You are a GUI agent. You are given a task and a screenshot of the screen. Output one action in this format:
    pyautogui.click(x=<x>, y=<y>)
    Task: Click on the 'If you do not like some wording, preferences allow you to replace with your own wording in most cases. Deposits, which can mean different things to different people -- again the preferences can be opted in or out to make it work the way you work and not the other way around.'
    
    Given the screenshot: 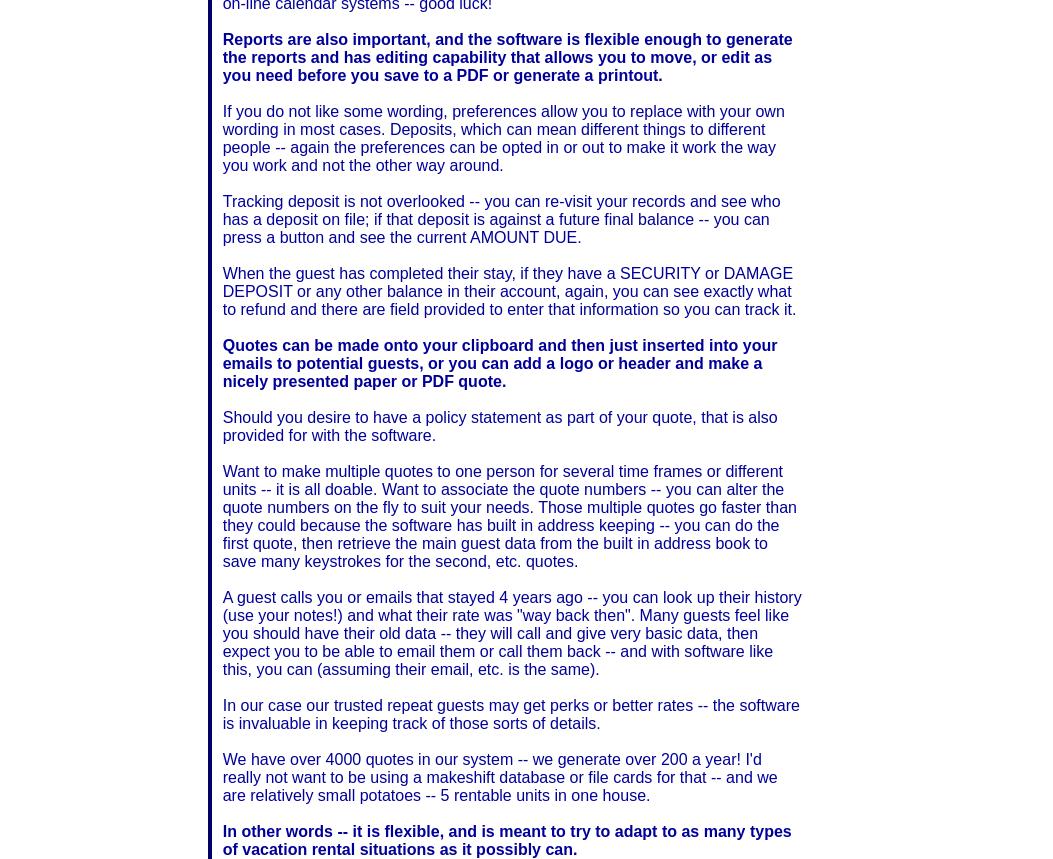 What is the action you would take?
    pyautogui.click(x=503, y=137)
    